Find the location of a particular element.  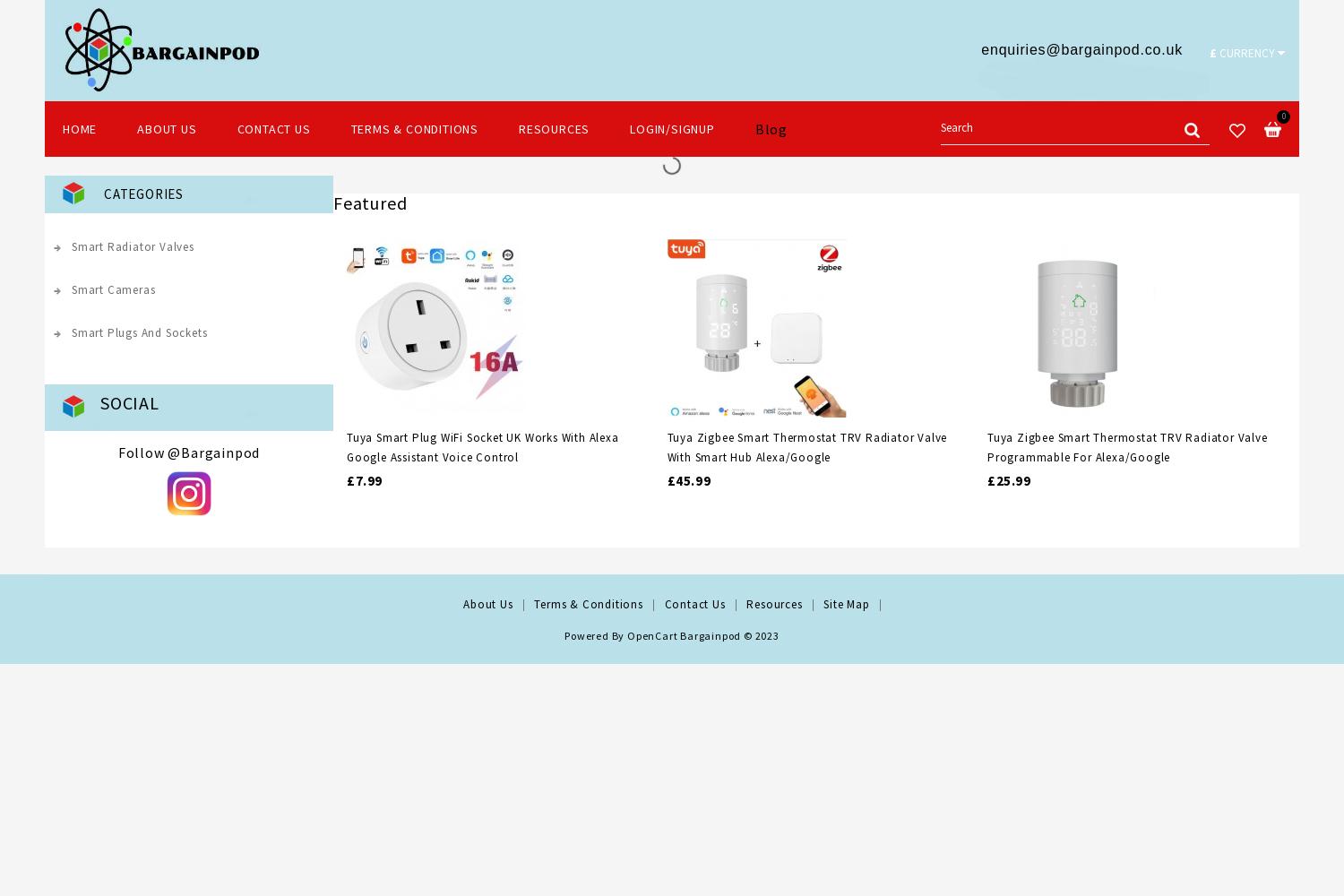

'Smart Plugs and Sockets' is located at coordinates (139, 332).